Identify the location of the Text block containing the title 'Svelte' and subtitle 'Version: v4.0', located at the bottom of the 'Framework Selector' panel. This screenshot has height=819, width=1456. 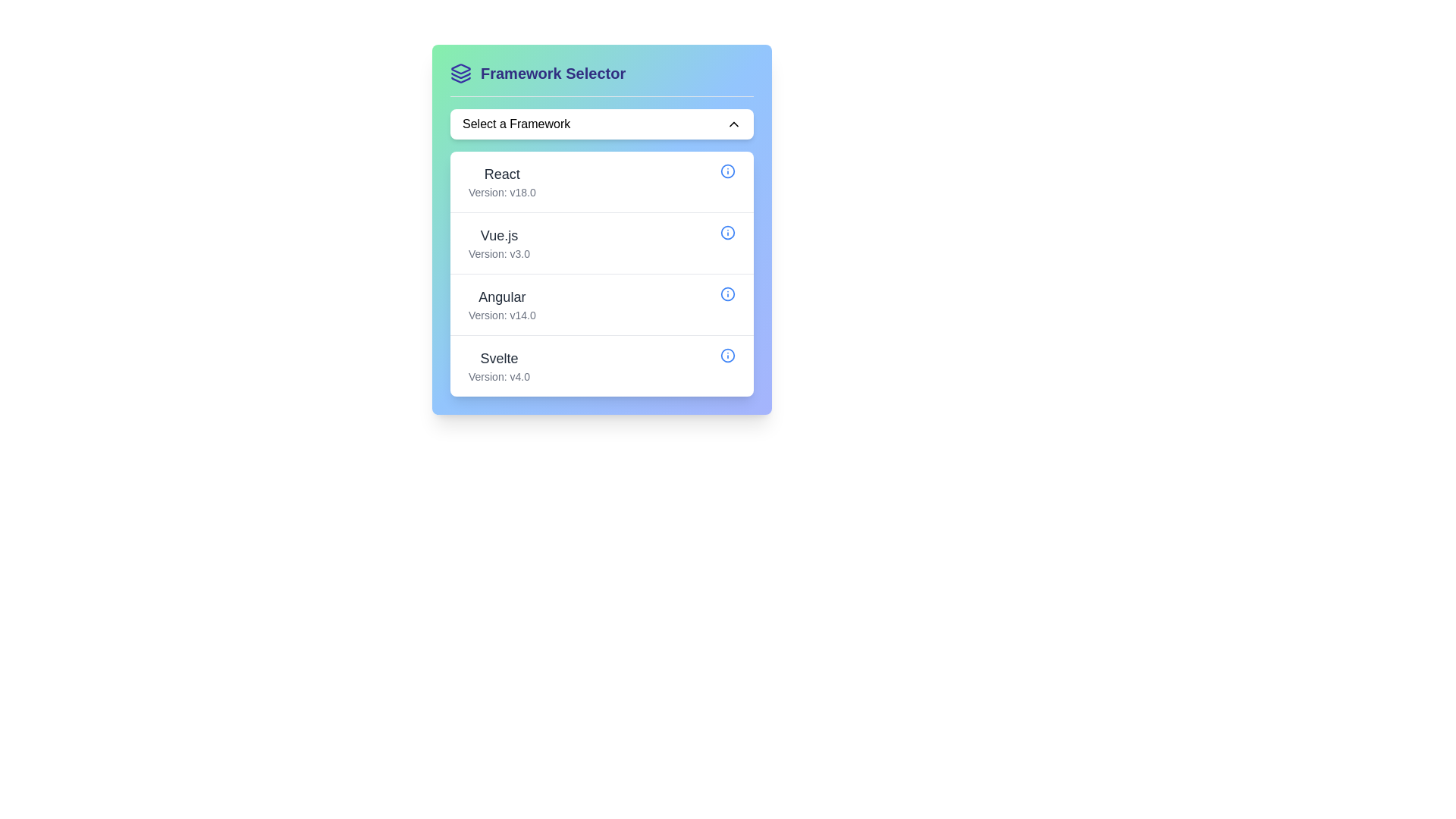
(499, 366).